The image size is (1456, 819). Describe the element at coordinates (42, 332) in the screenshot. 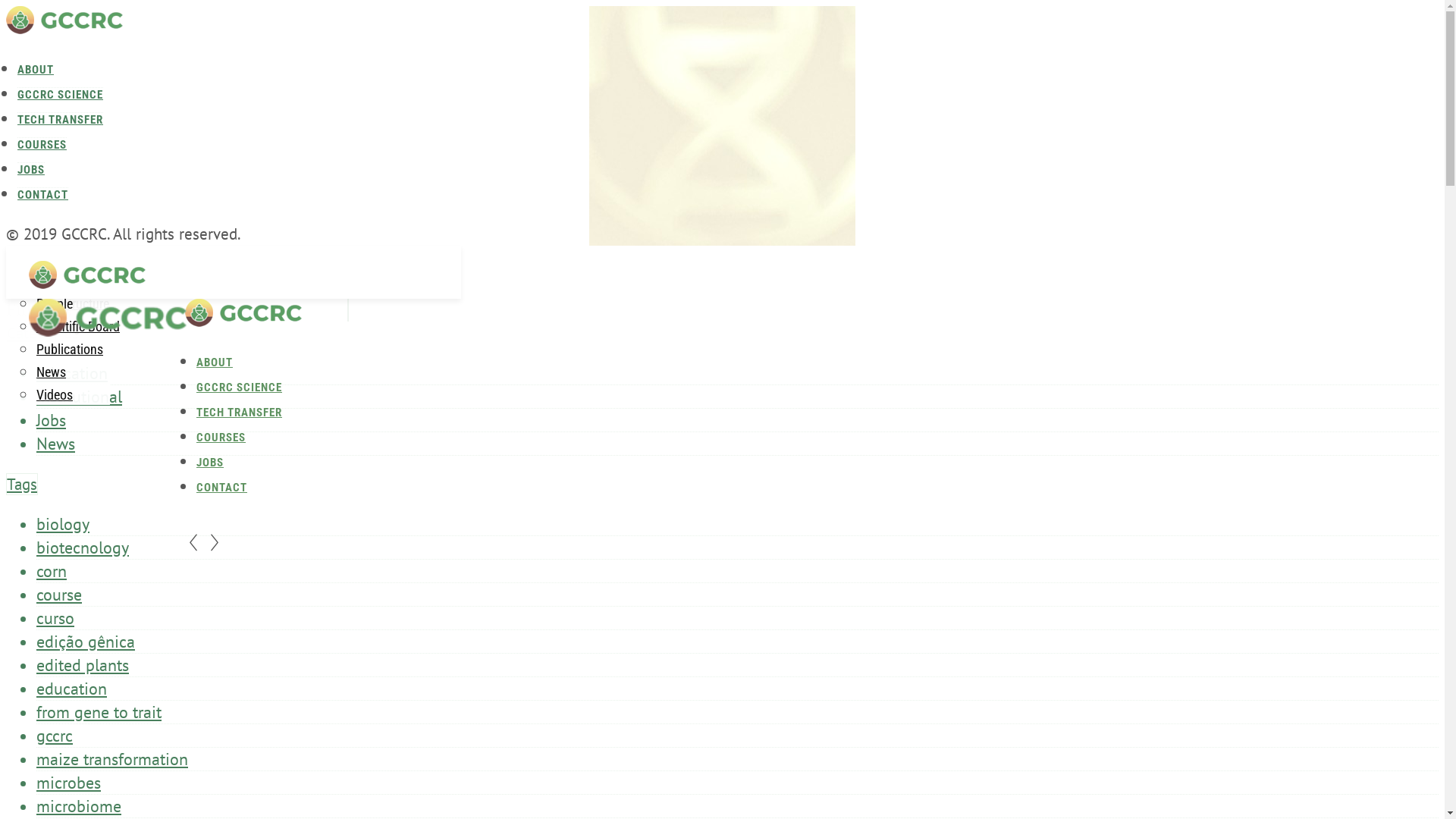

I see `'Categories'` at that location.